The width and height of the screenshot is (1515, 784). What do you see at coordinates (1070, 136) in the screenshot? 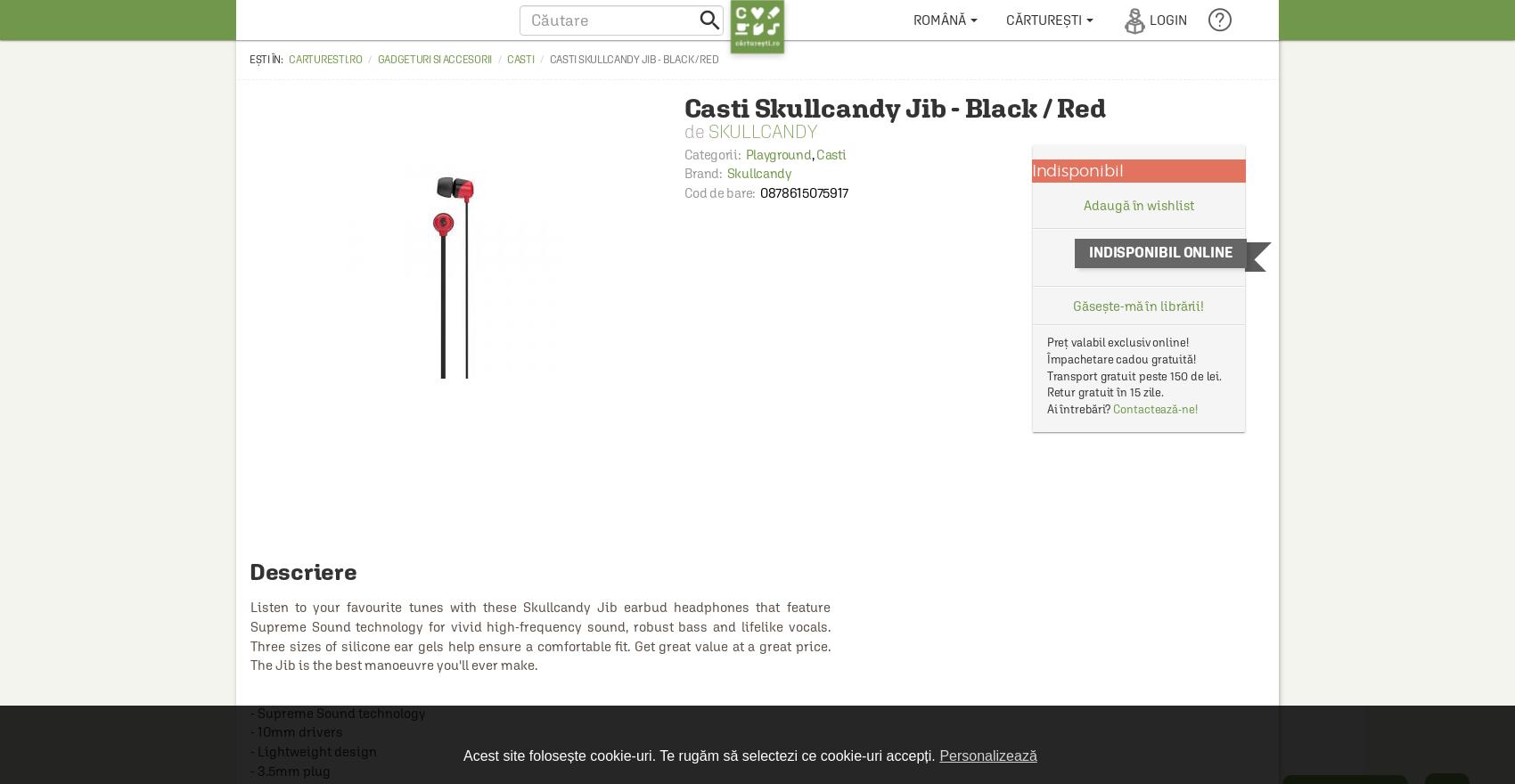
I see `'Nu aveți produse în coș.'` at bounding box center [1070, 136].